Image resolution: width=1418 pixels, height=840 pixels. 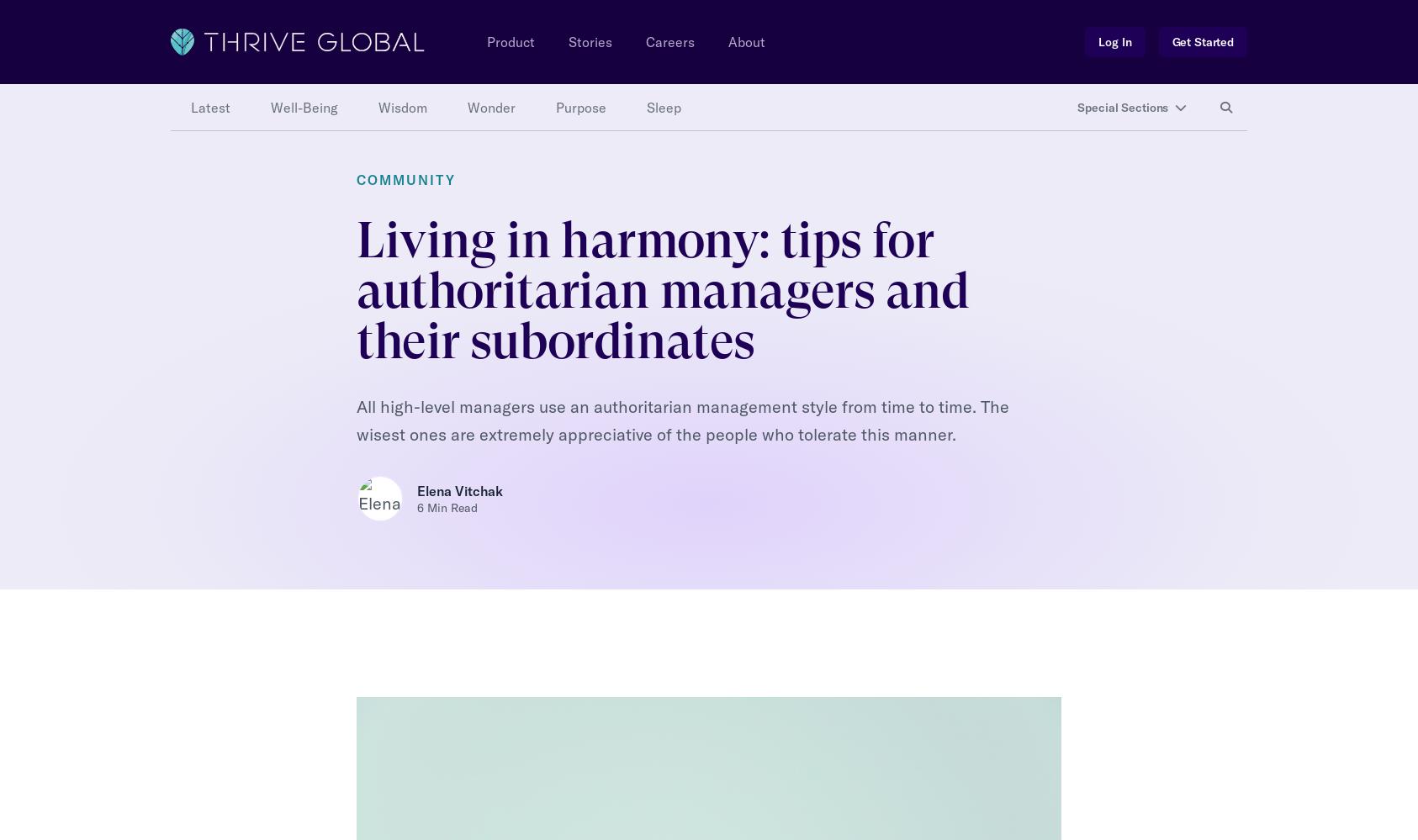 I want to click on 'The corporate “power” culture exists in so many Russian companies, and it should be accepted understandingly. Whatever your current boss is like (it’s safe to assume you work for them right now for some good reason), any guerrilla resistance in the given circumstances will only prevent cooperation and complicate the case even further.', so click(x=704, y=755).